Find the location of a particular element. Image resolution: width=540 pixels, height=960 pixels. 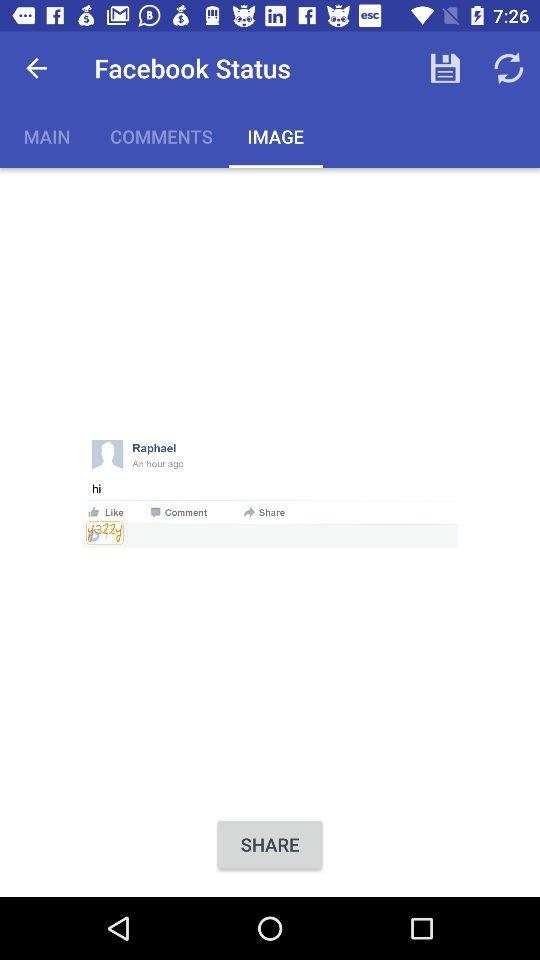

the app next to the facebook status item is located at coordinates (445, 68).